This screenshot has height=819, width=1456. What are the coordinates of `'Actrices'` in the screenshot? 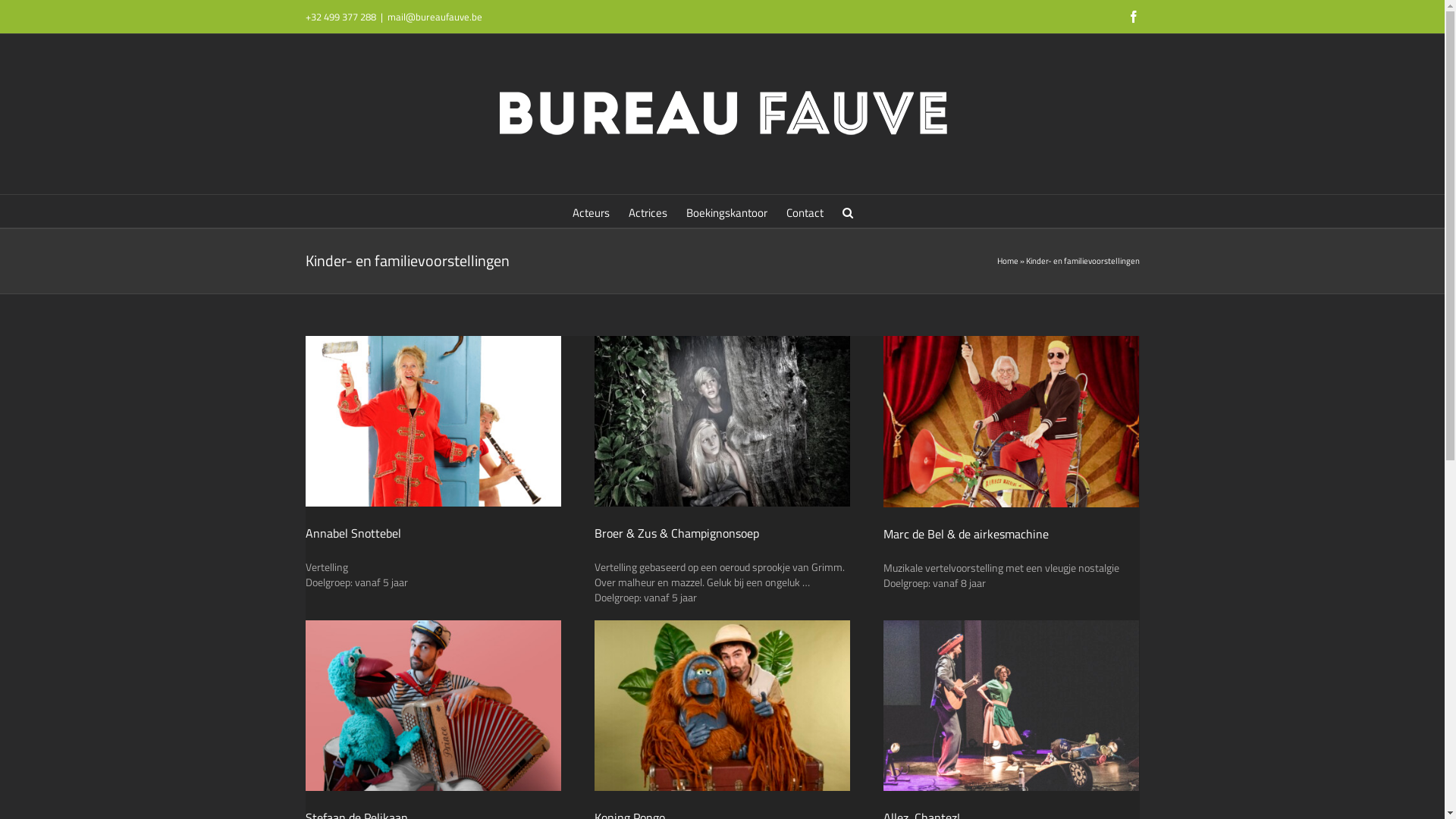 It's located at (648, 211).